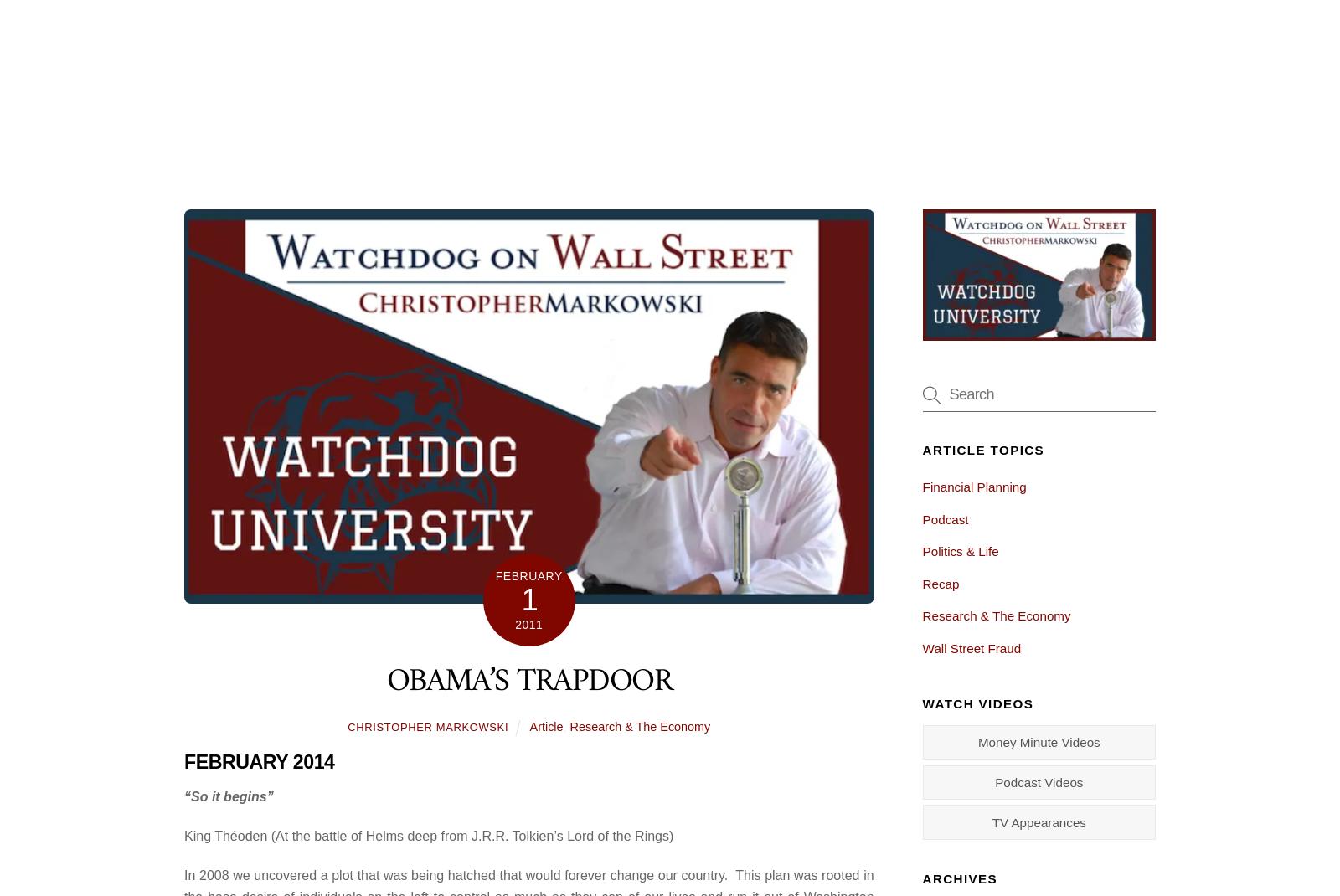 The height and width of the screenshot is (896, 1340). Describe the element at coordinates (705, 847) in the screenshot. I see `'Check out a nice article about us on LWR LIFE Magazine!'` at that location.